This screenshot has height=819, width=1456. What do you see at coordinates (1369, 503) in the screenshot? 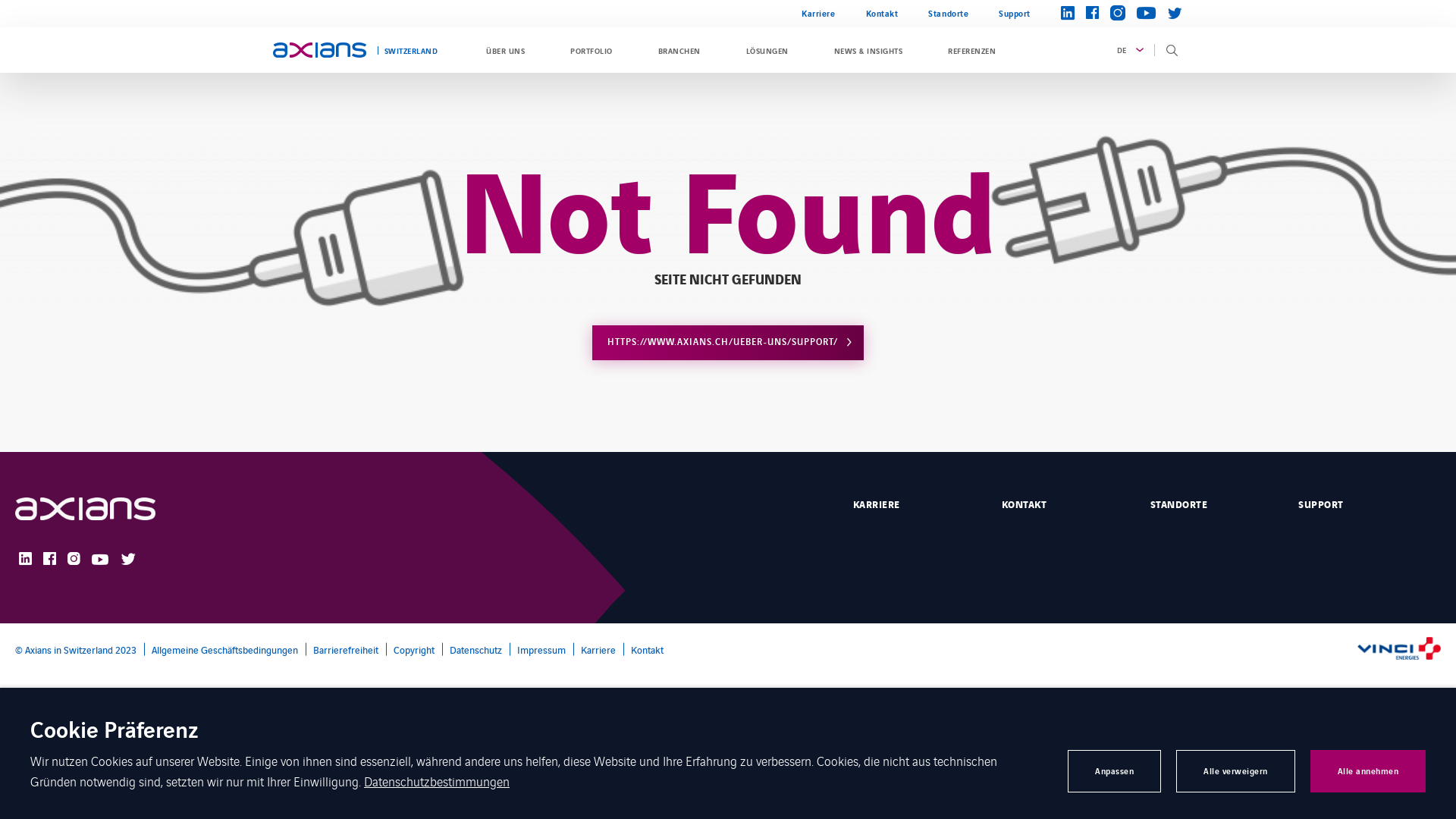
I see `'SUPPORT'` at bounding box center [1369, 503].